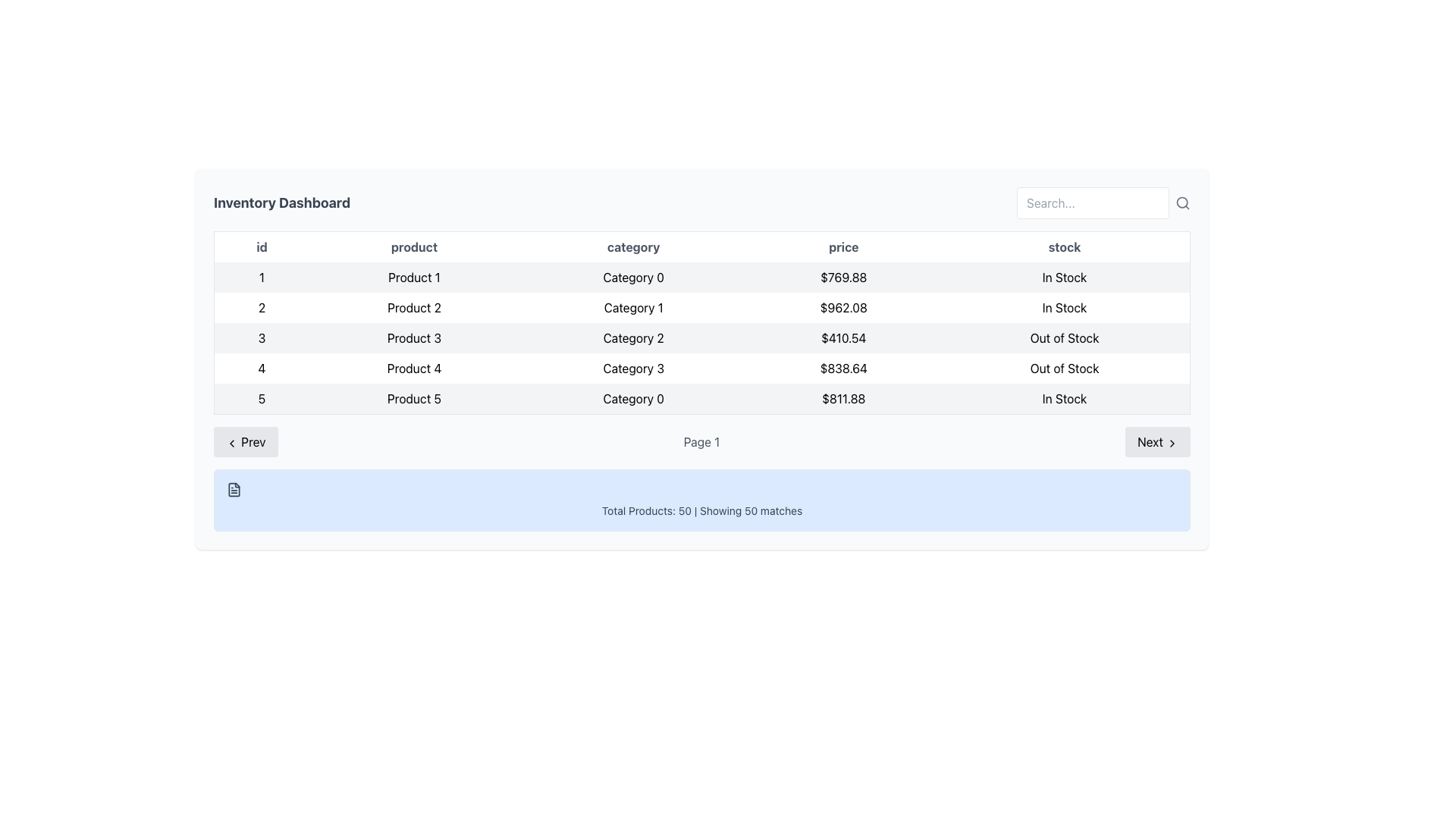 This screenshot has height=819, width=1456. I want to click on the search icon, which is a magnifying glass graphic with a circular rim, positioned directly to the right of the search input field, so click(1182, 202).